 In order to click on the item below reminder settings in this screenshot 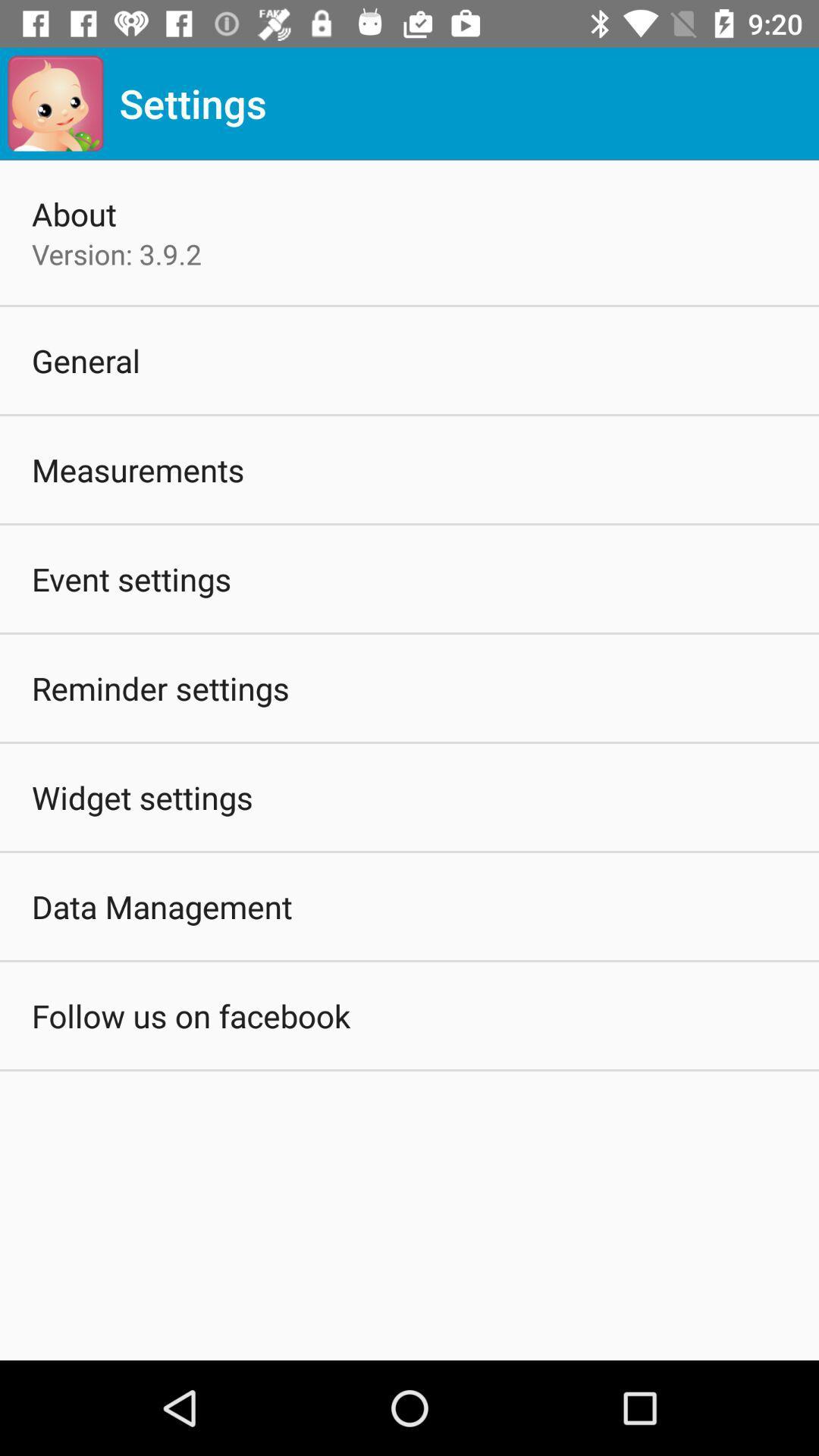, I will do `click(142, 796)`.